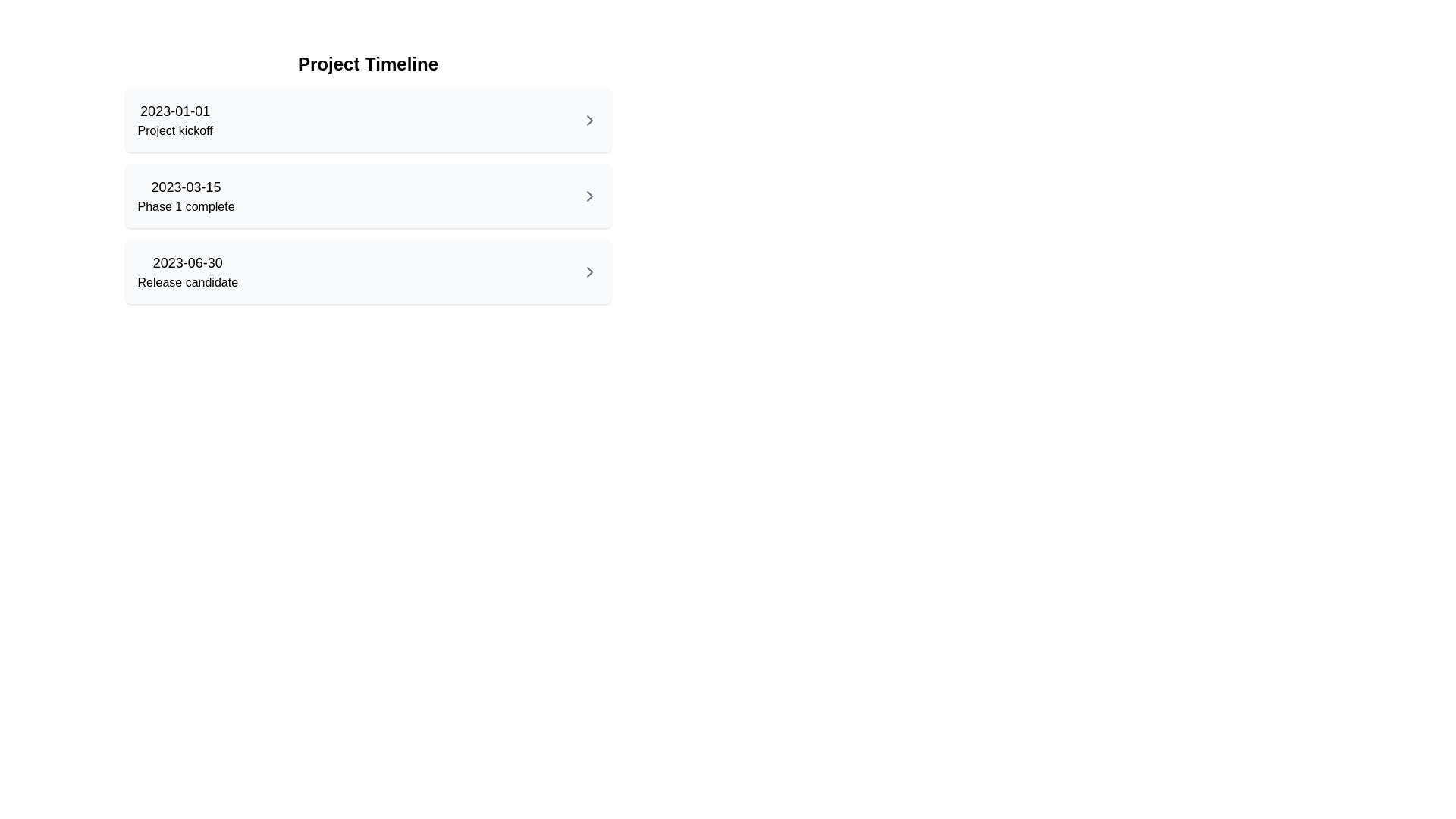 The height and width of the screenshot is (819, 1456). What do you see at coordinates (368, 271) in the screenshot?
I see `the third item in the 'Project Timeline' list` at bounding box center [368, 271].